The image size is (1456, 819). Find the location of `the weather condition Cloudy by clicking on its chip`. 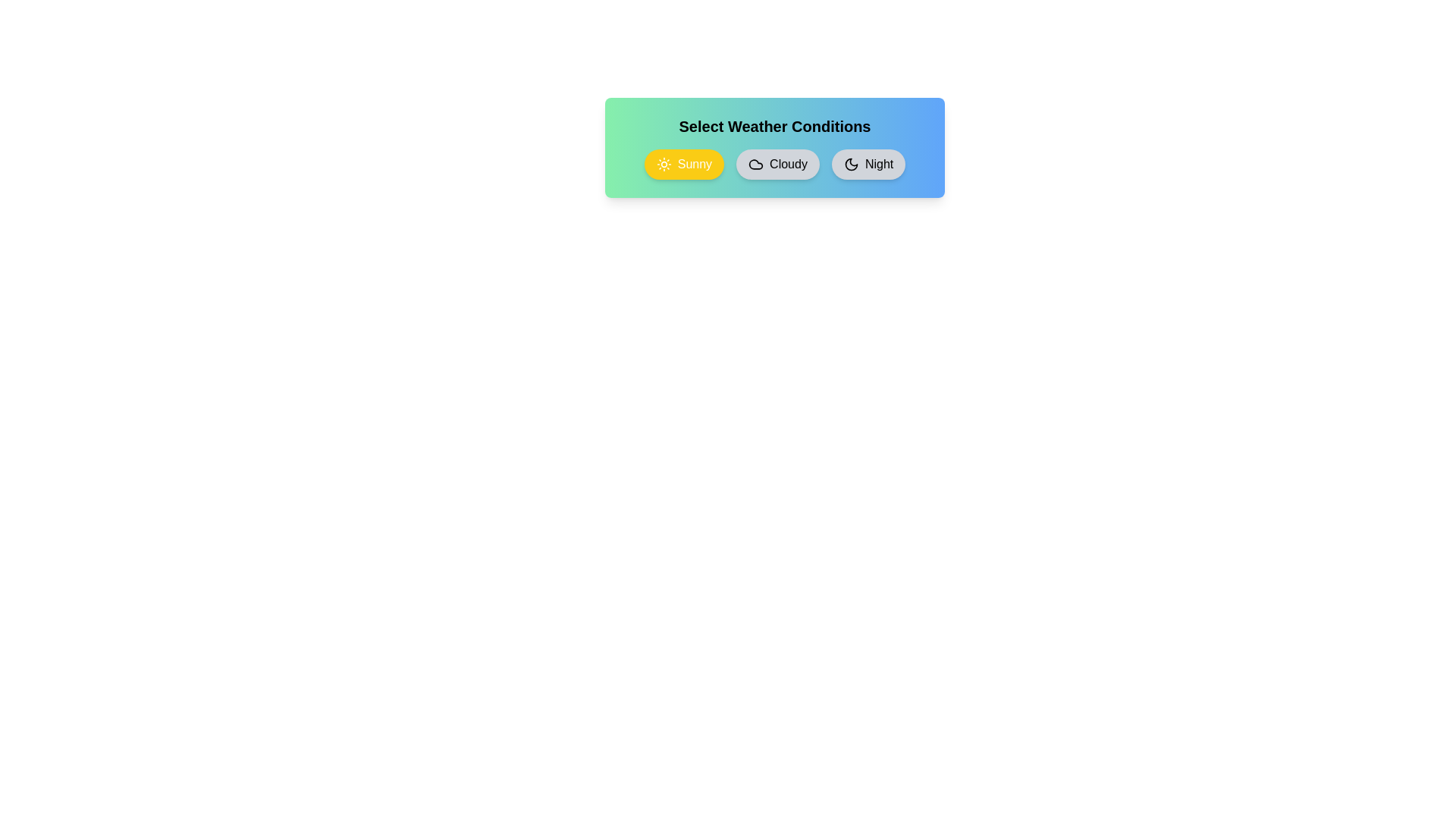

the weather condition Cloudy by clicking on its chip is located at coordinates (778, 164).